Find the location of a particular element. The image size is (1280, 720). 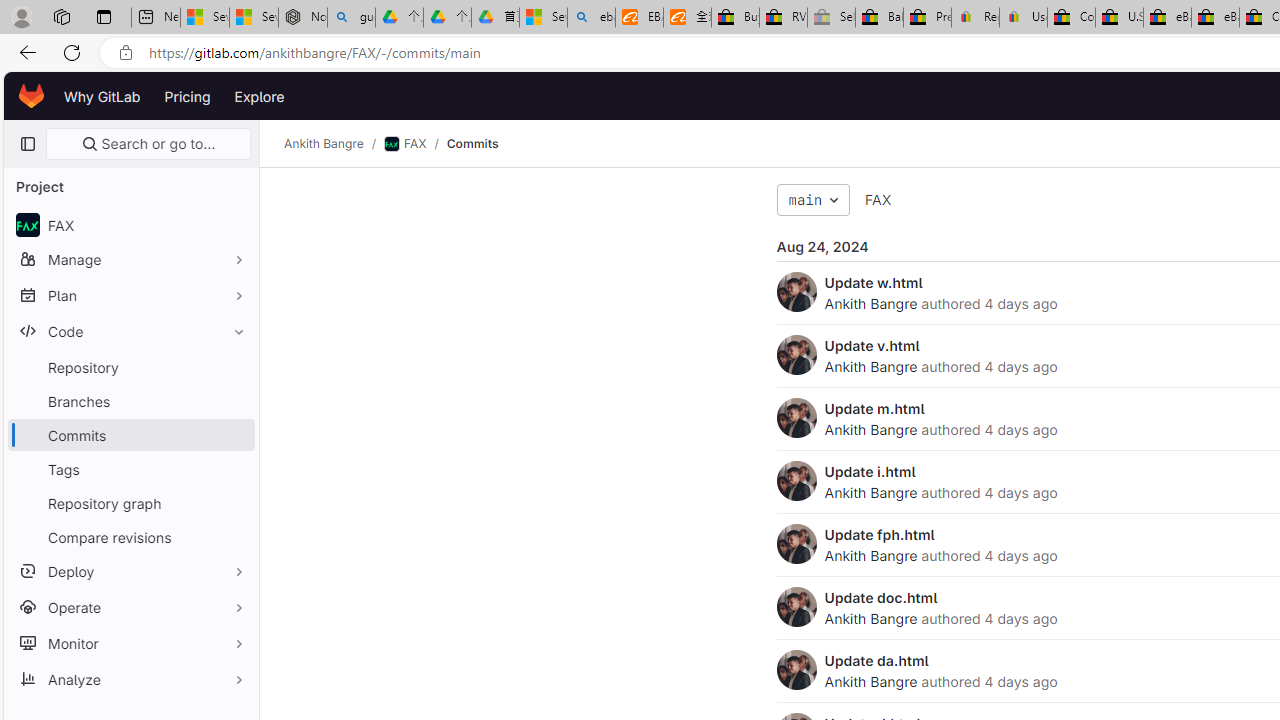

'FAX/' is located at coordinates (413, 143).